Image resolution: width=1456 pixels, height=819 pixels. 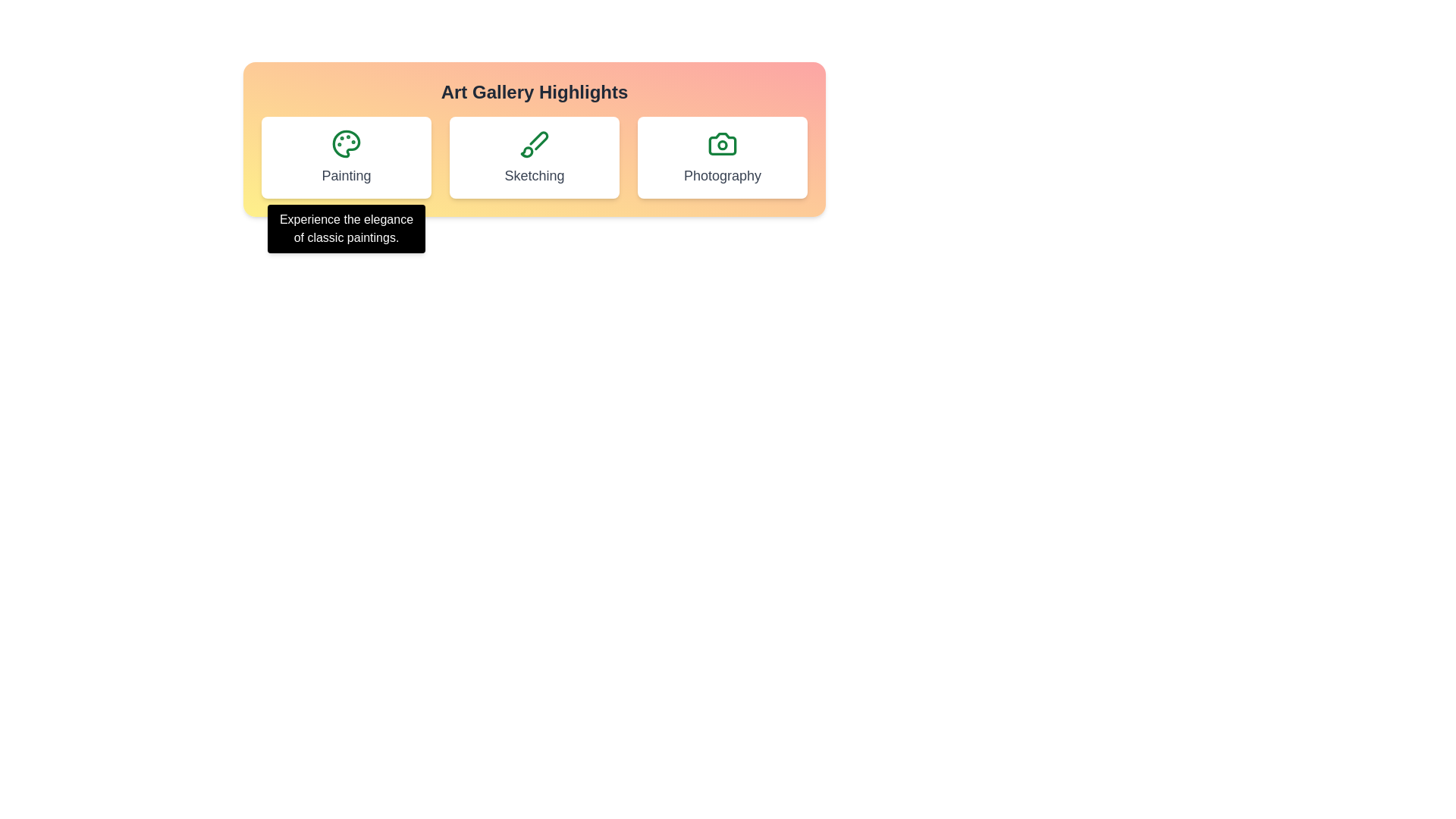 What do you see at coordinates (345, 143) in the screenshot?
I see `the small green painter's palette icon located at the top of the 'Painting' card in the 'Art Gallery Highlights' section` at bounding box center [345, 143].